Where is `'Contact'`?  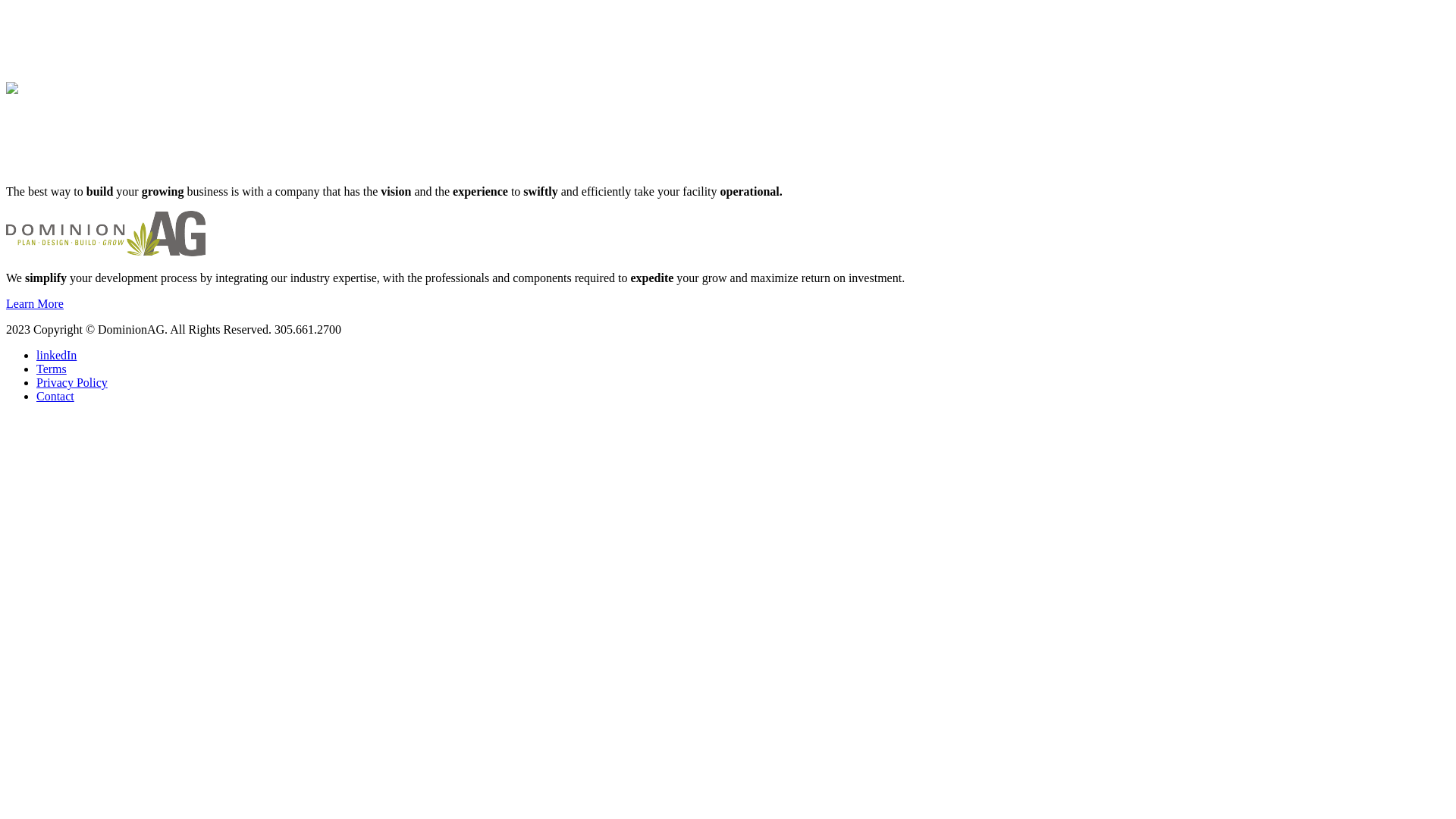
'Contact' is located at coordinates (55, 395).